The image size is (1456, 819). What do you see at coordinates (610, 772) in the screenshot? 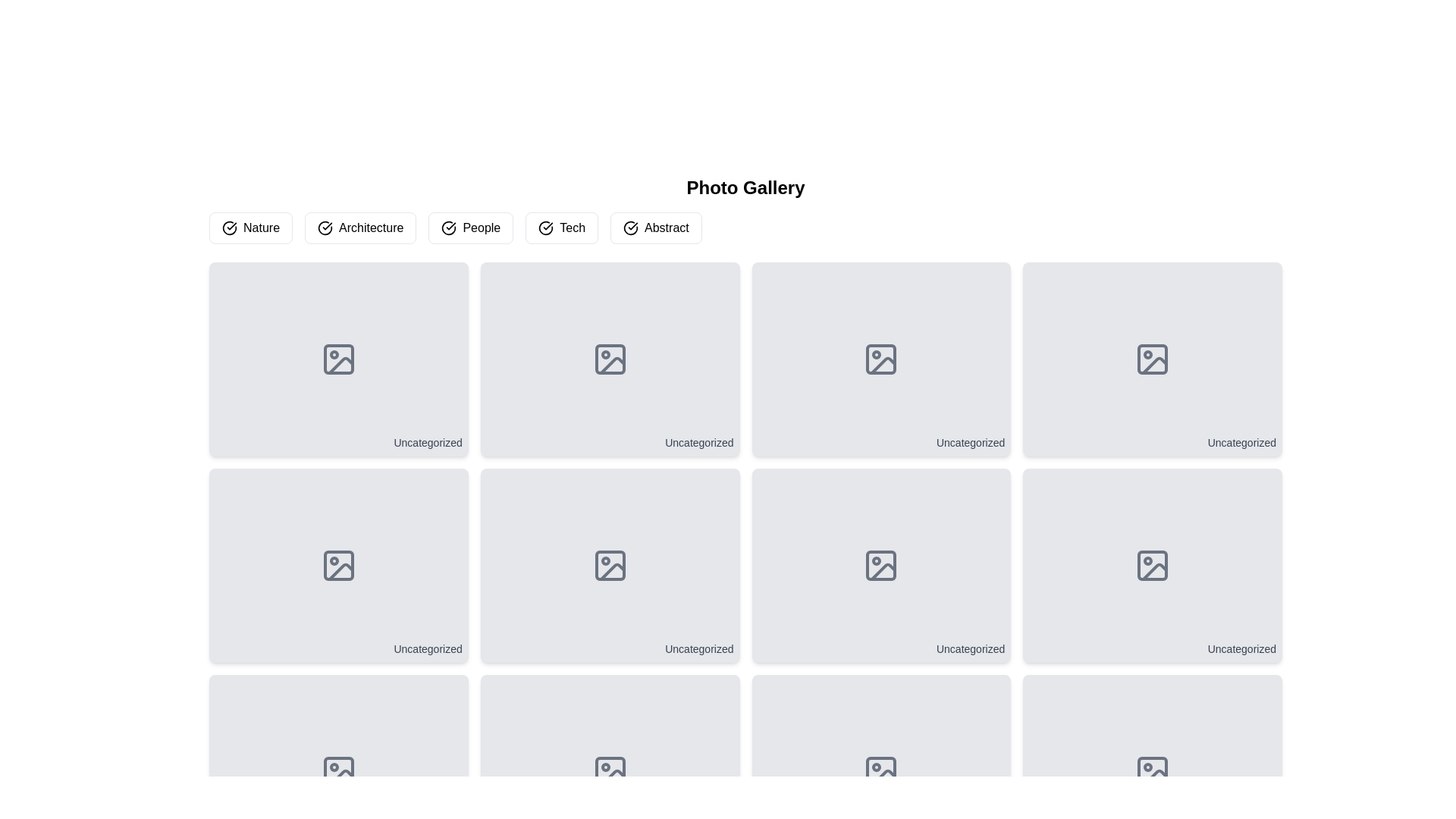
I see `the small rectangular decorative shape with rounded corners, which has a gray border and is located within the photo icon in the lower right of the interface` at bounding box center [610, 772].